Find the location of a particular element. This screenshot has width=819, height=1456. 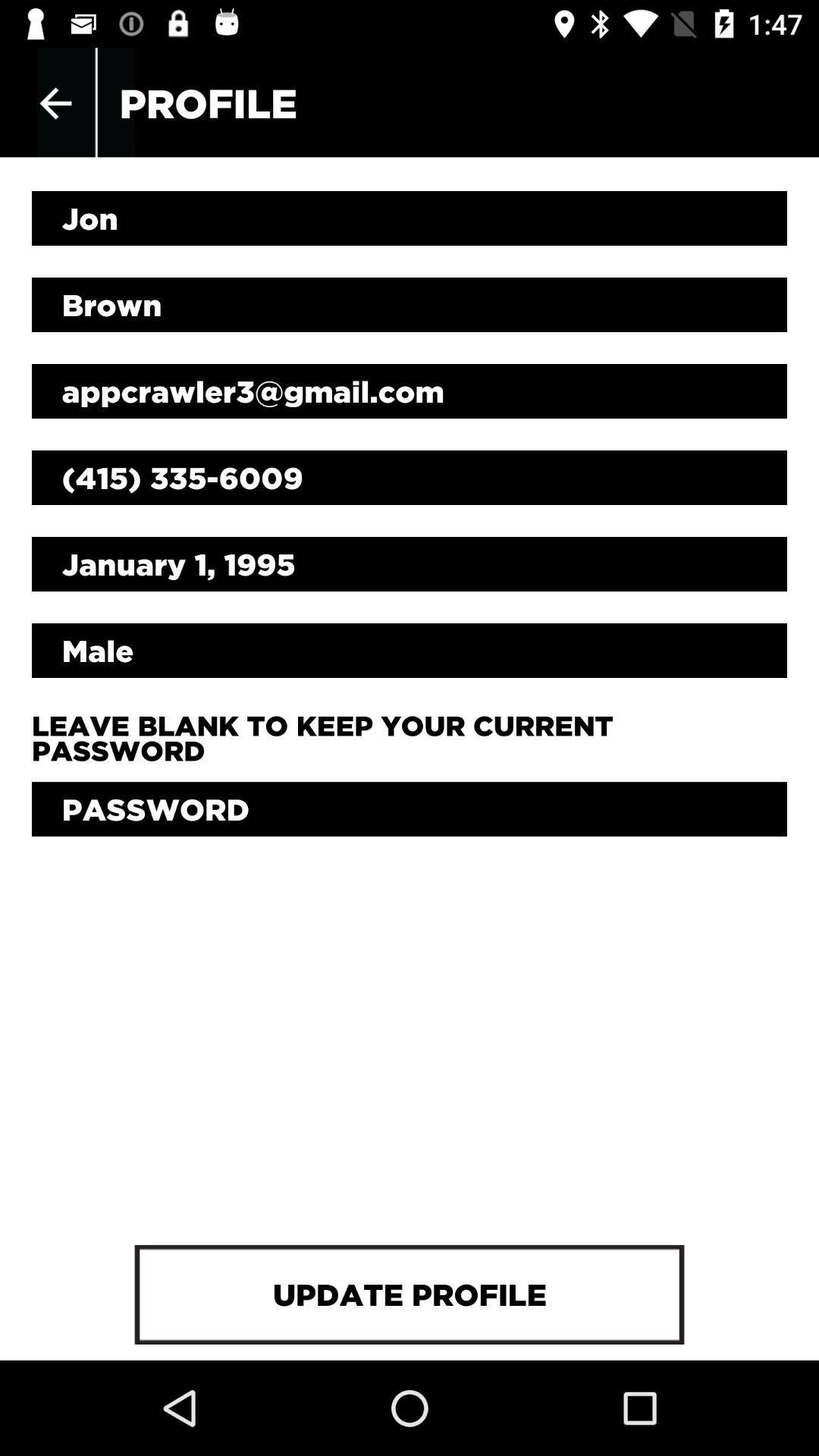

the jon item is located at coordinates (409, 218).